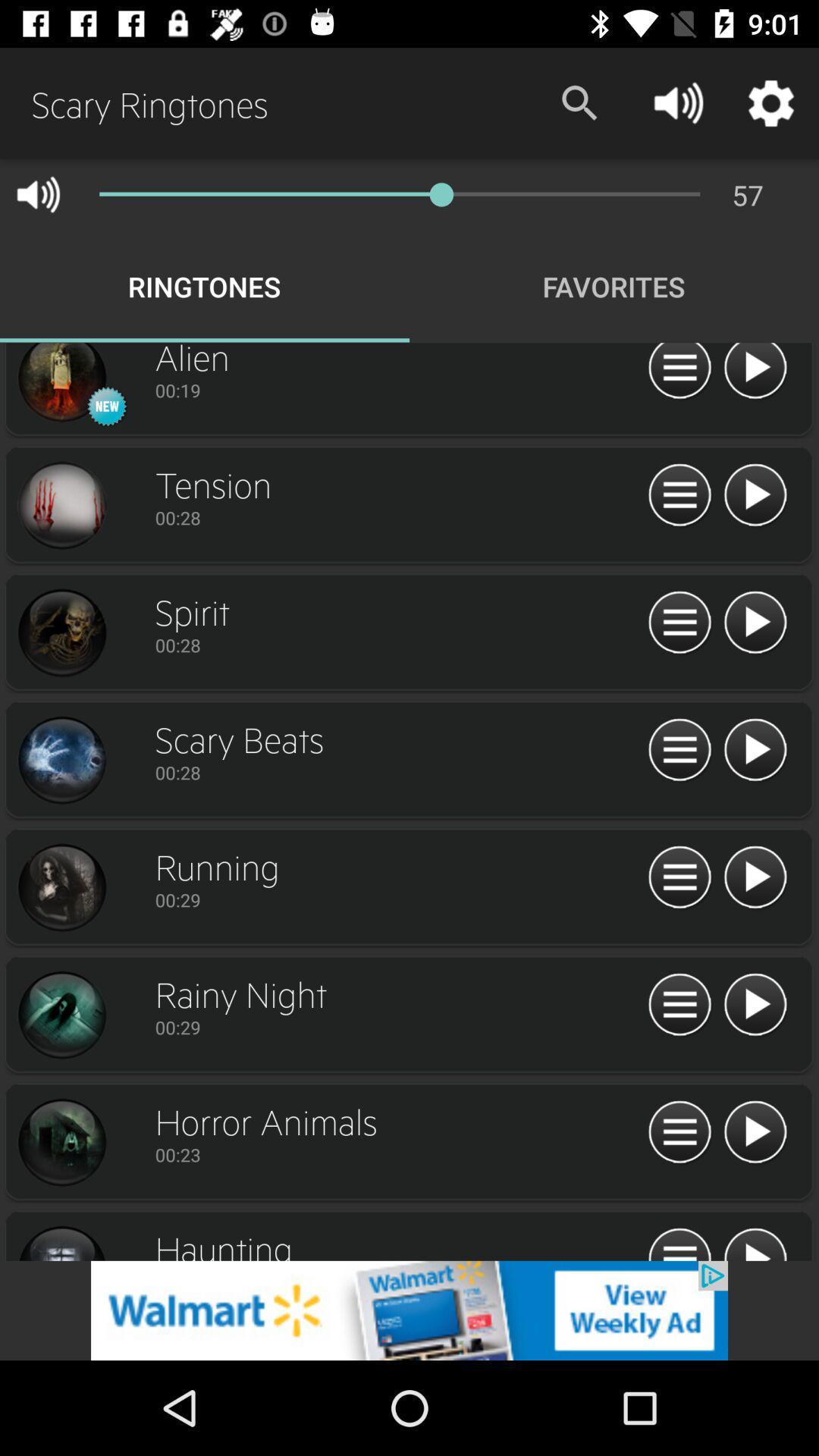  I want to click on clip, so click(755, 1242).